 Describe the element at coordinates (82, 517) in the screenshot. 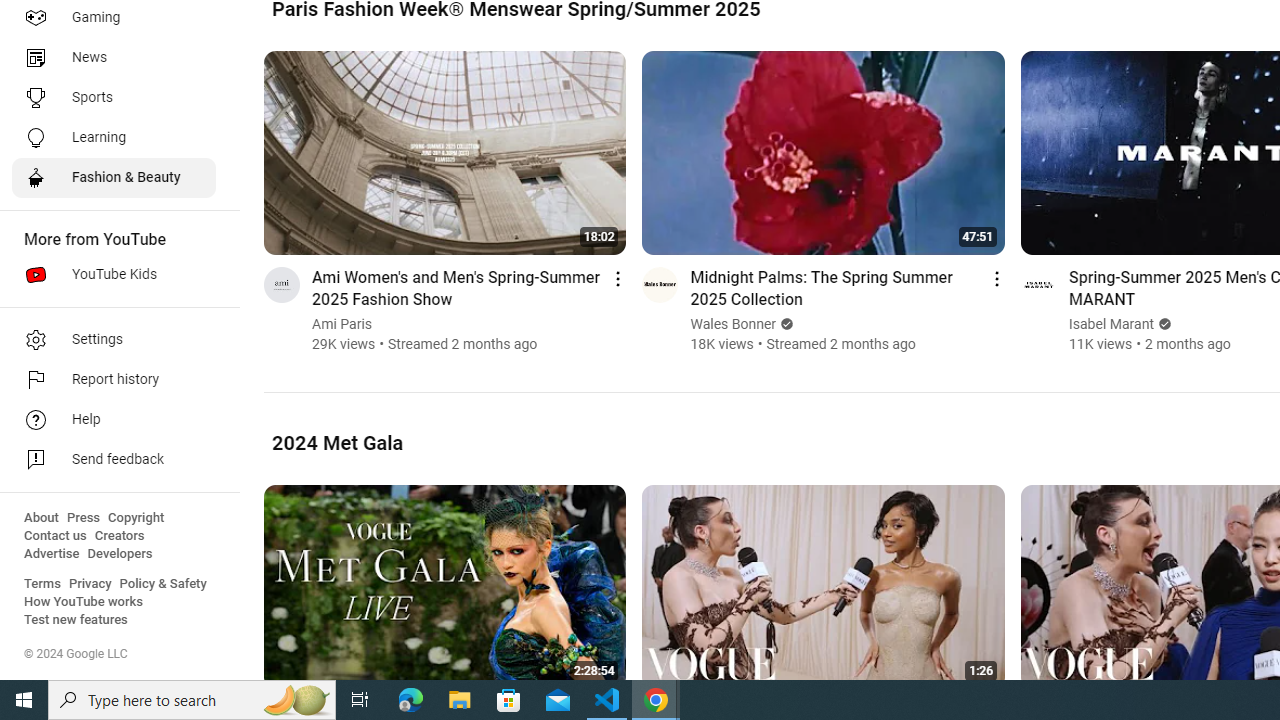

I see `'Press'` at that location.